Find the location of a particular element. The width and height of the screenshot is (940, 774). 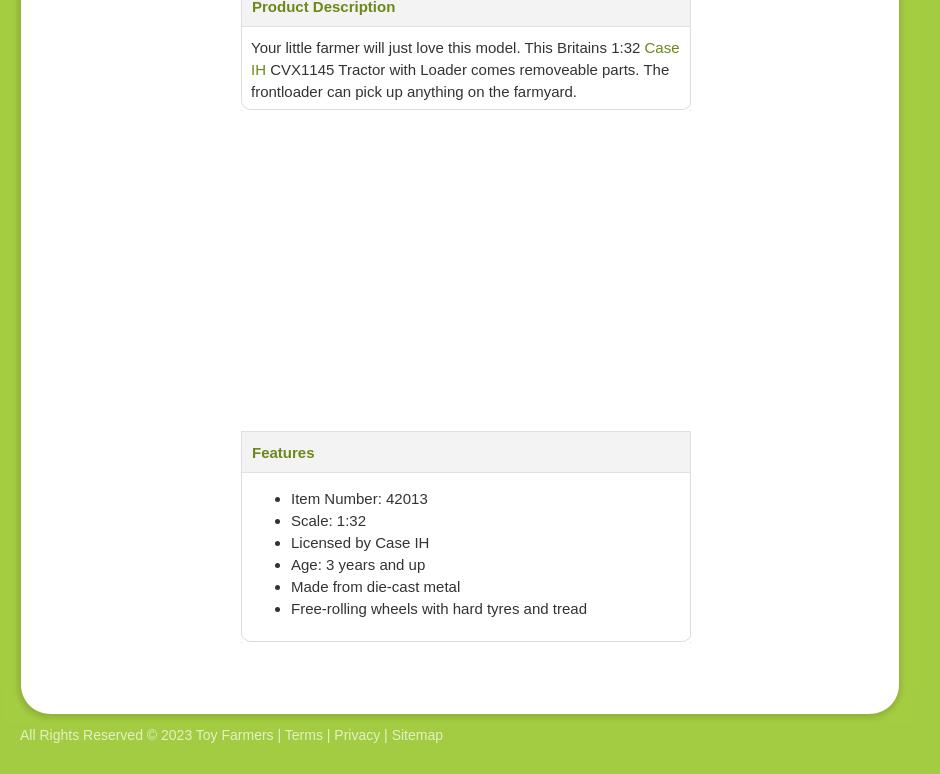

'Your little farmer will just love this model. This Britains 1:32' is located at coordinates (446, 46).